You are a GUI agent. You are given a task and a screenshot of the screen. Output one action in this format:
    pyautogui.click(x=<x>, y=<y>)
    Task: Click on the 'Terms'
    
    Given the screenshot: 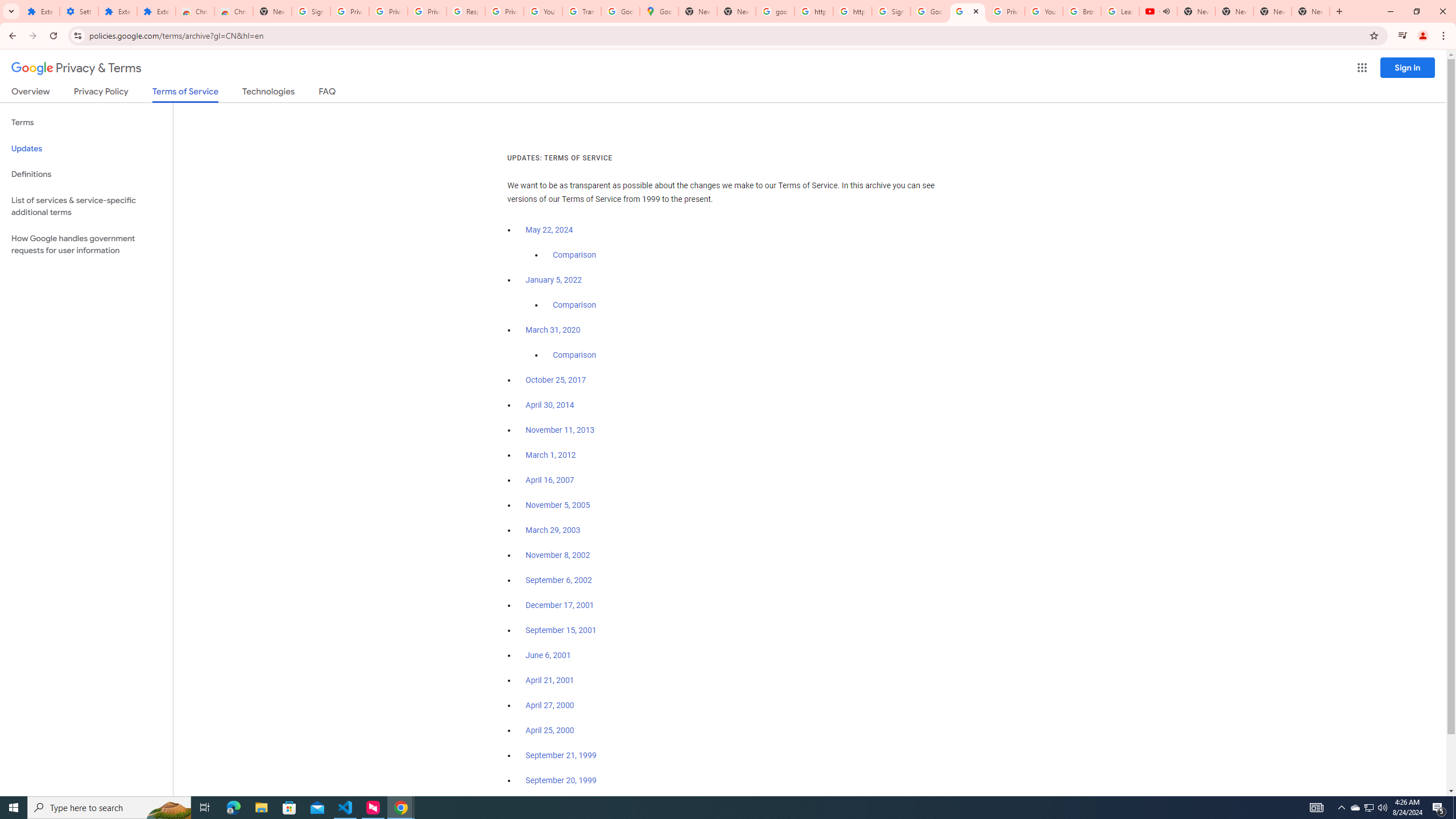 What is the action you would take?
    pyautogui.click(x=86, y=122)
    